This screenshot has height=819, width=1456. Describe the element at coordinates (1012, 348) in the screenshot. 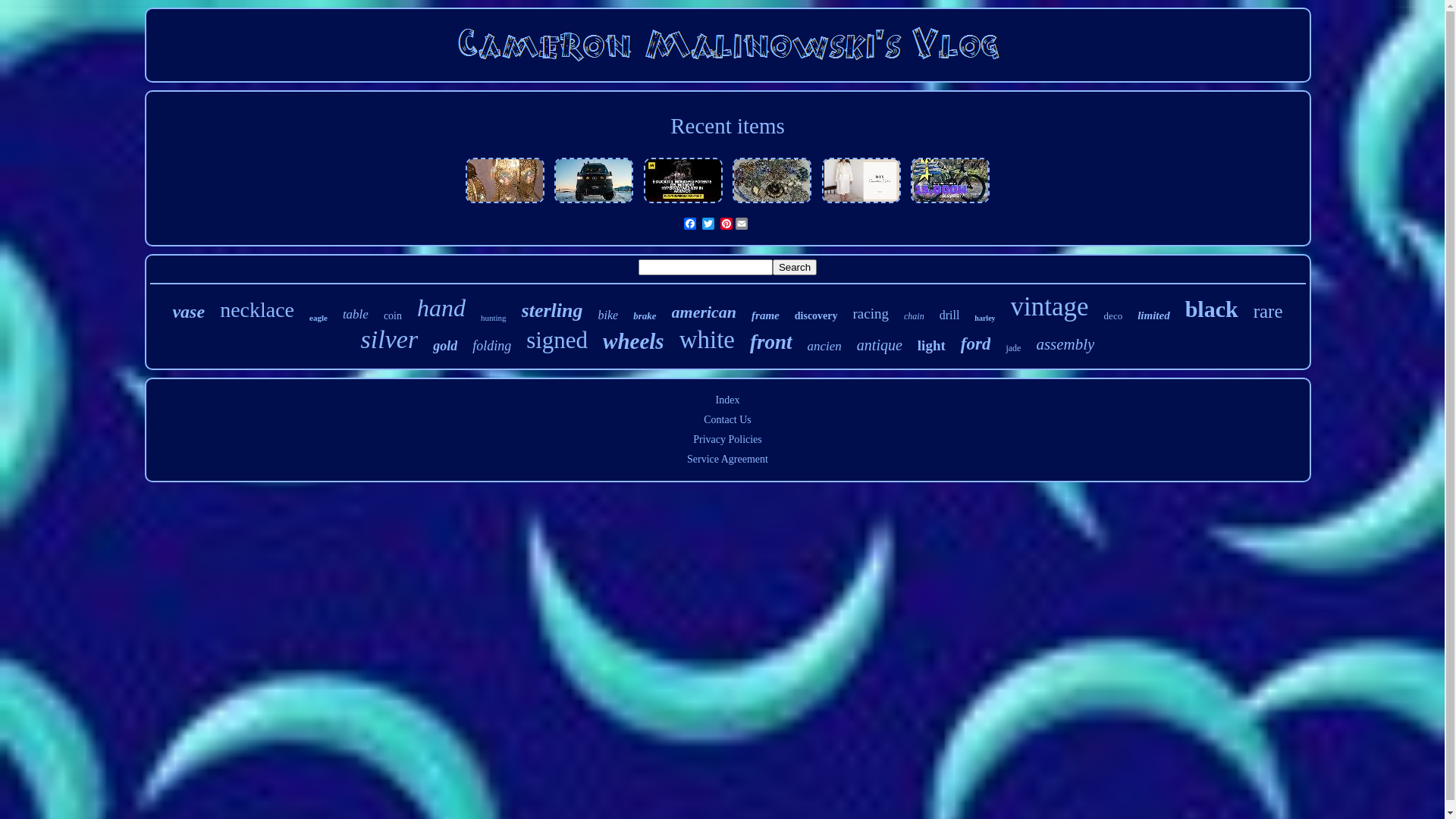

I see `'jade'` at that location.